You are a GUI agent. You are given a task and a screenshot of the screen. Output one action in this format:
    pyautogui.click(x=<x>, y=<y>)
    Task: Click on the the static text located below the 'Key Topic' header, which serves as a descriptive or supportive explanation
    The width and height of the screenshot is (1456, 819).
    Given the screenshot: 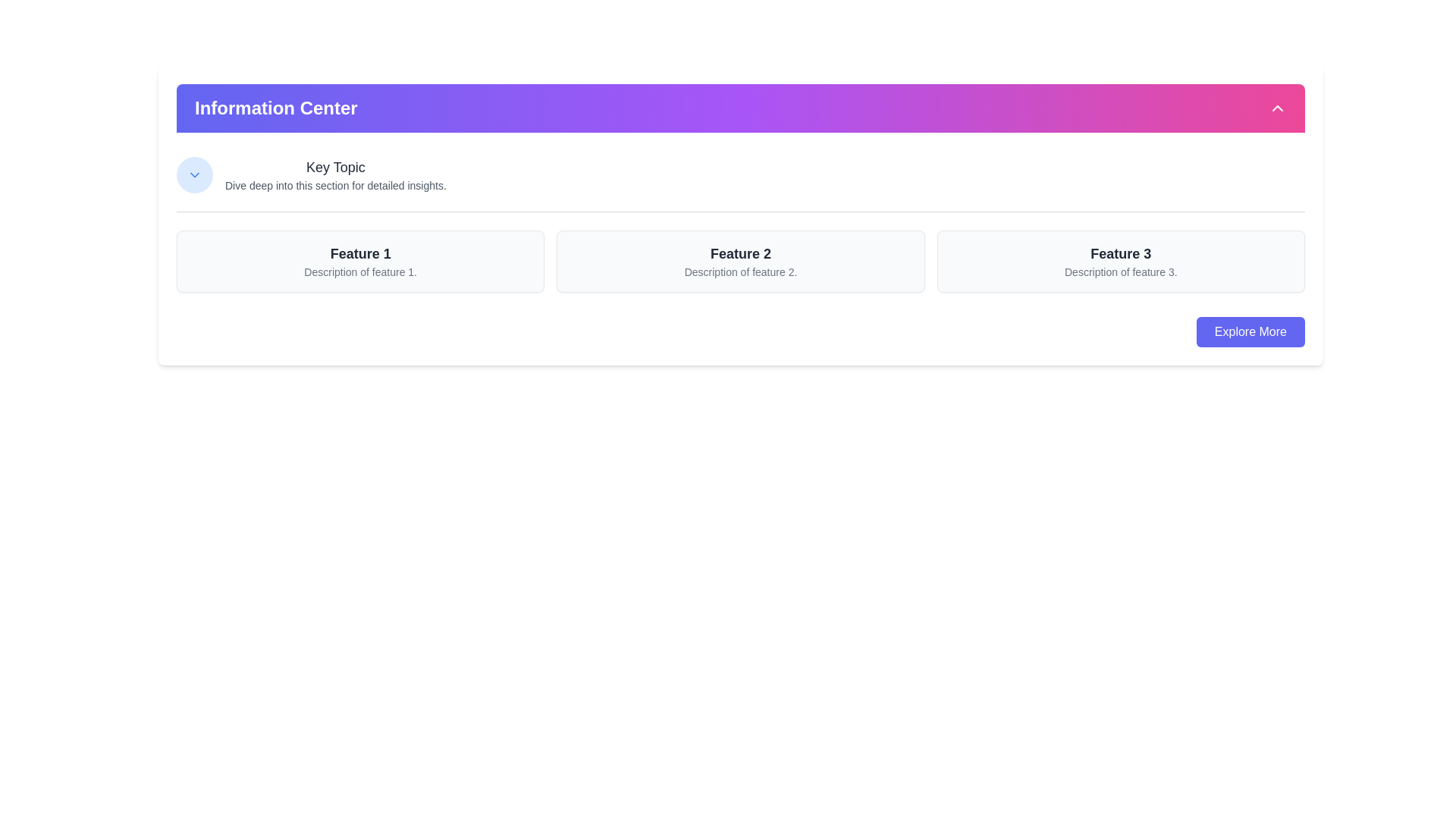 What is the action you would take?
    pyautogui.click(x=334, y=185)
    